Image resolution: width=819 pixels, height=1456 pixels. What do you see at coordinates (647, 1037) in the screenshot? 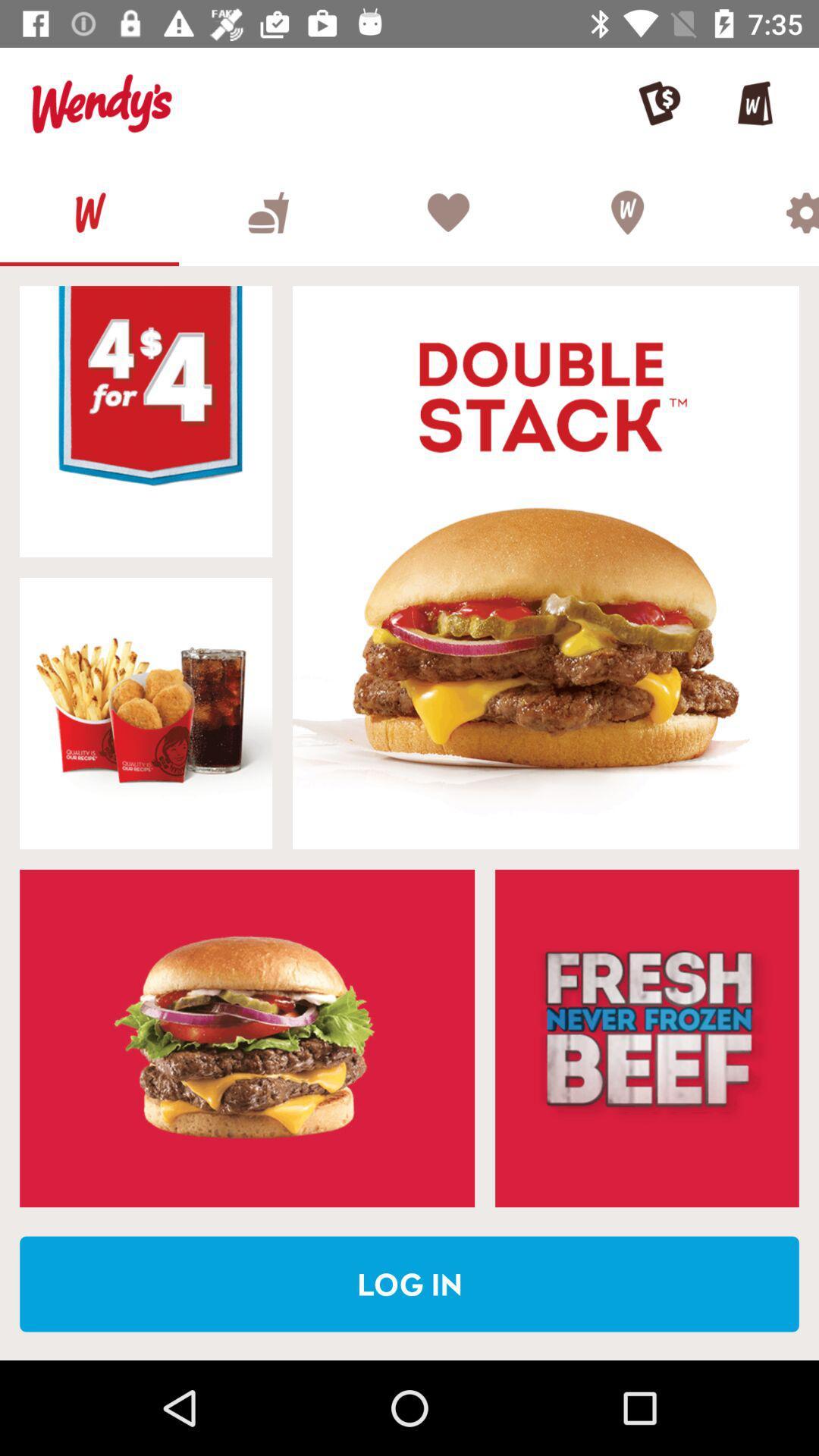
I see `sales promo` at bounding box center [647, 1037].